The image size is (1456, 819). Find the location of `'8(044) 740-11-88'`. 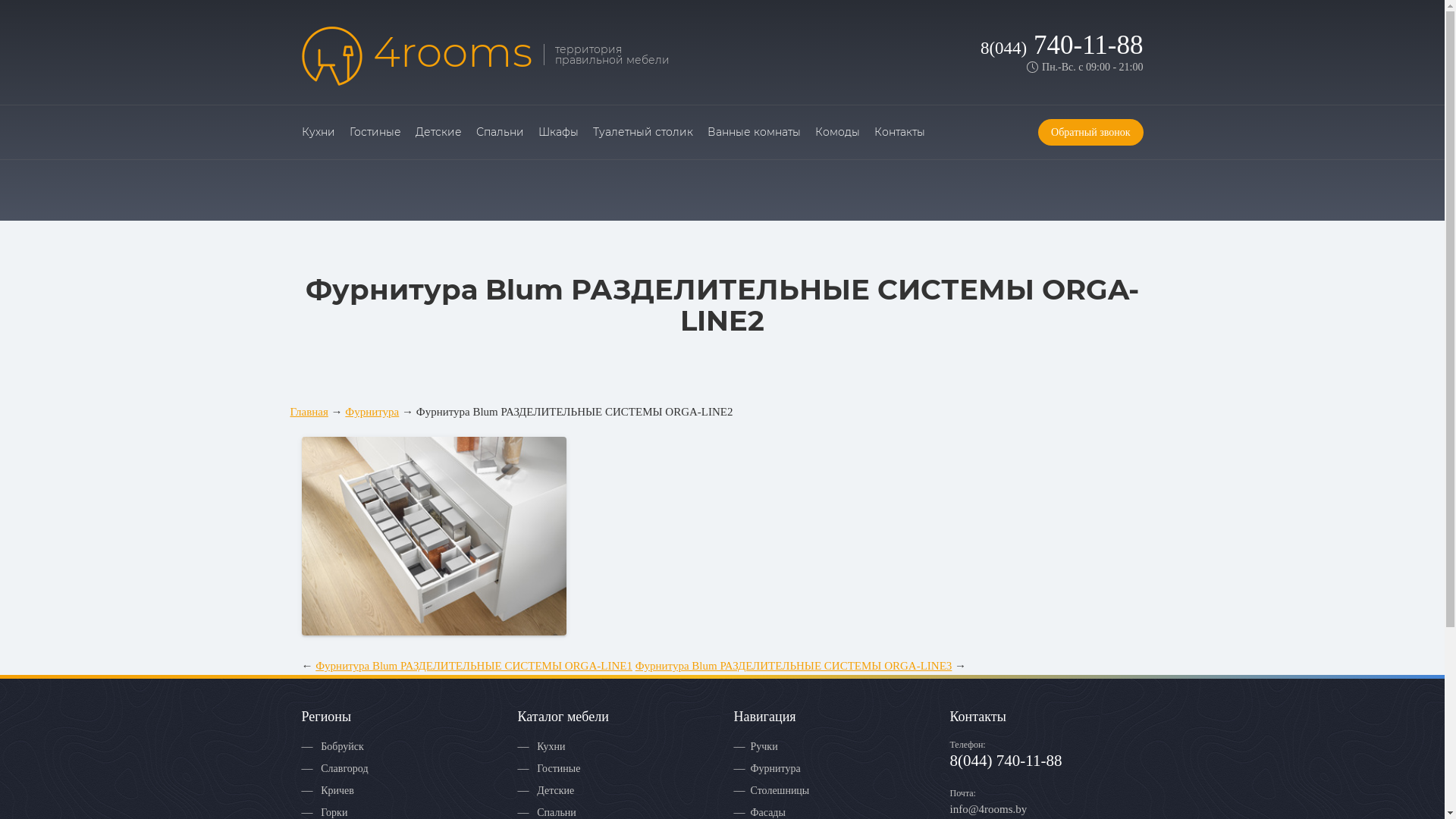

'8(044) 740-11-88' is located at coordinates (980, 44).